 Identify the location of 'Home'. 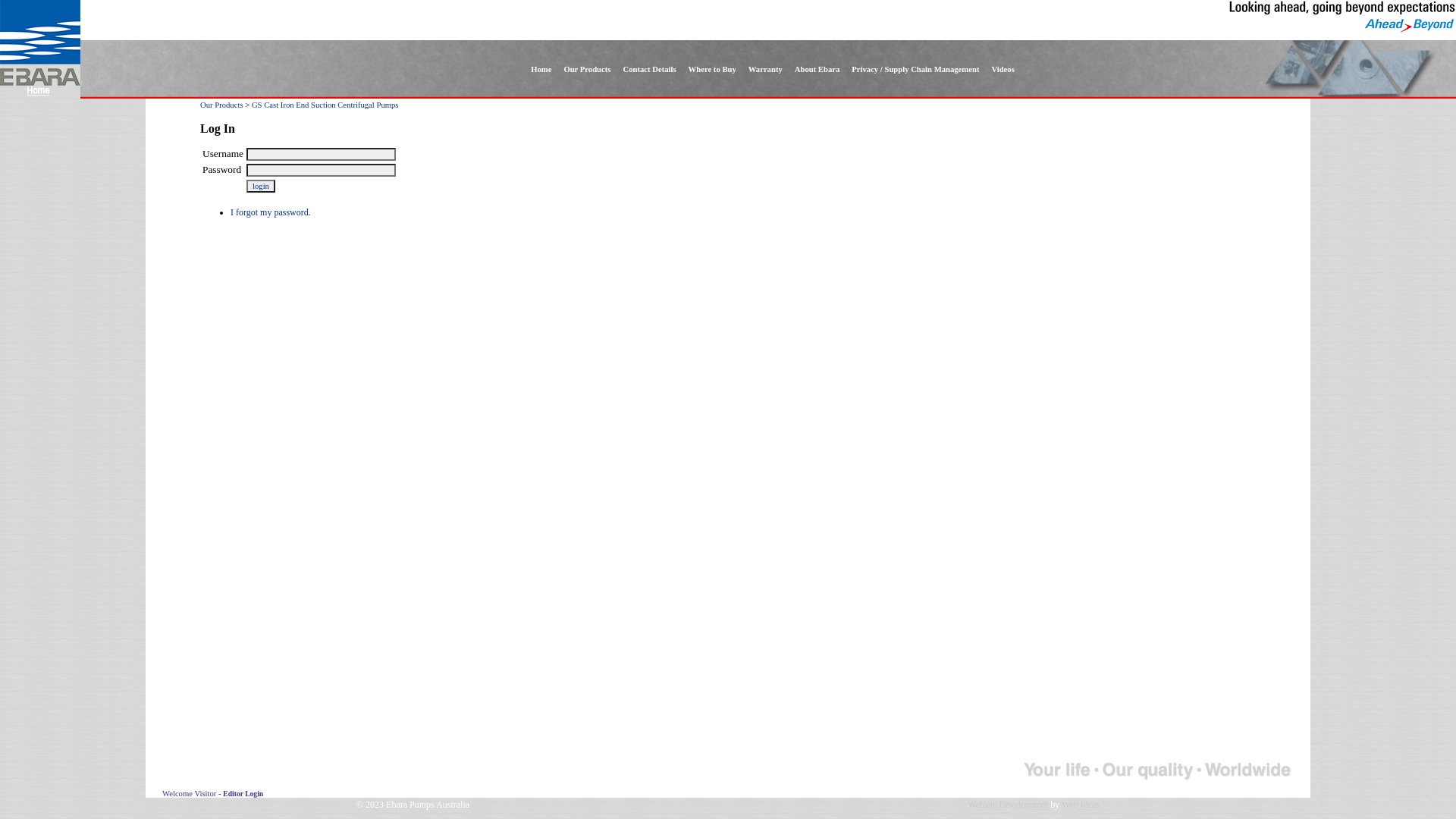
(541, 69).